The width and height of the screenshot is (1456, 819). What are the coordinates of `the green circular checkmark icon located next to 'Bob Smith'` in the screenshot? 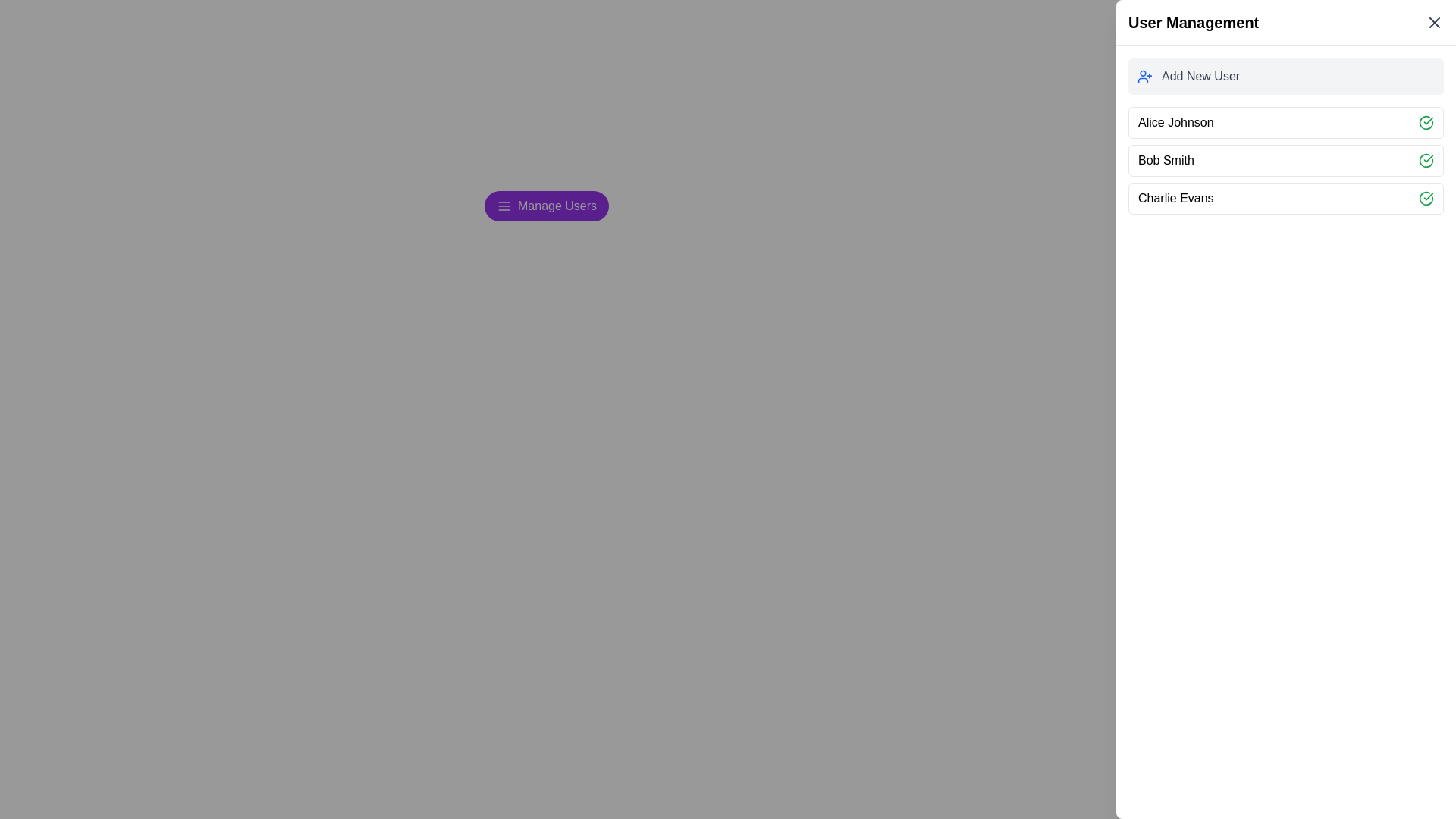 It's located at (1426, 161).